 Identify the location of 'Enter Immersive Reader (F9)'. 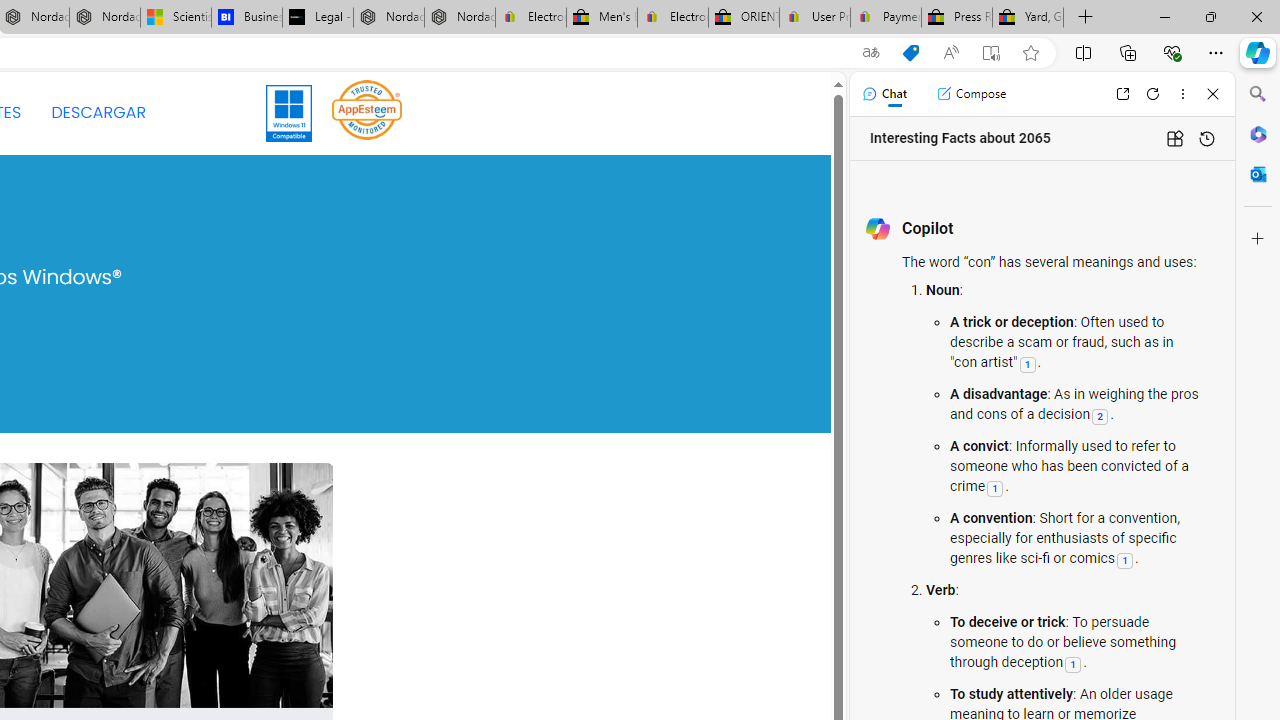
(991, 52).